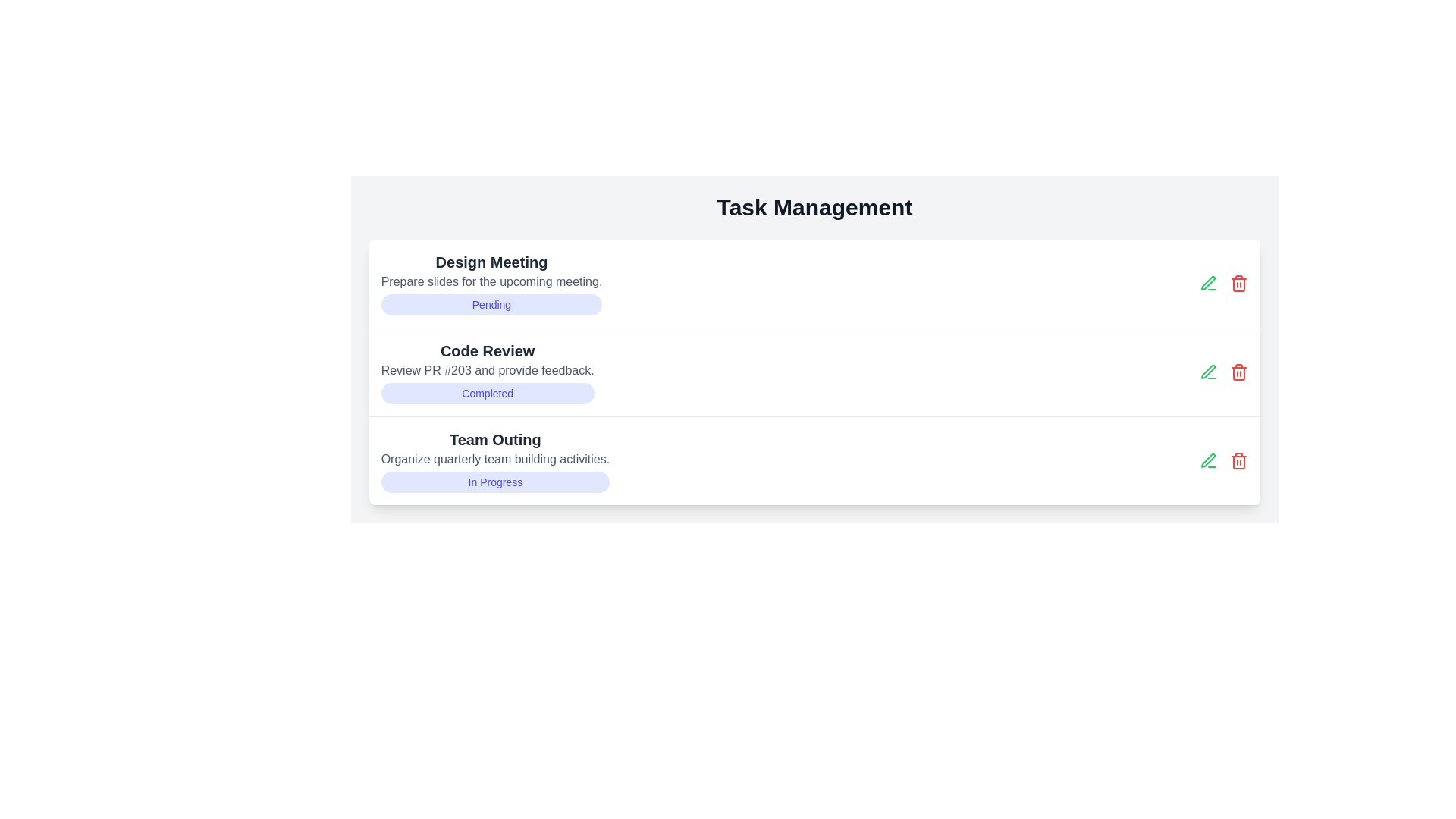  I want to click on the 'Code Review' text label, which is bold and larger in font size, located between 'Design Meeting' and 'Team Outing' sections in the 'Task Management' interface, so click(488, 350).